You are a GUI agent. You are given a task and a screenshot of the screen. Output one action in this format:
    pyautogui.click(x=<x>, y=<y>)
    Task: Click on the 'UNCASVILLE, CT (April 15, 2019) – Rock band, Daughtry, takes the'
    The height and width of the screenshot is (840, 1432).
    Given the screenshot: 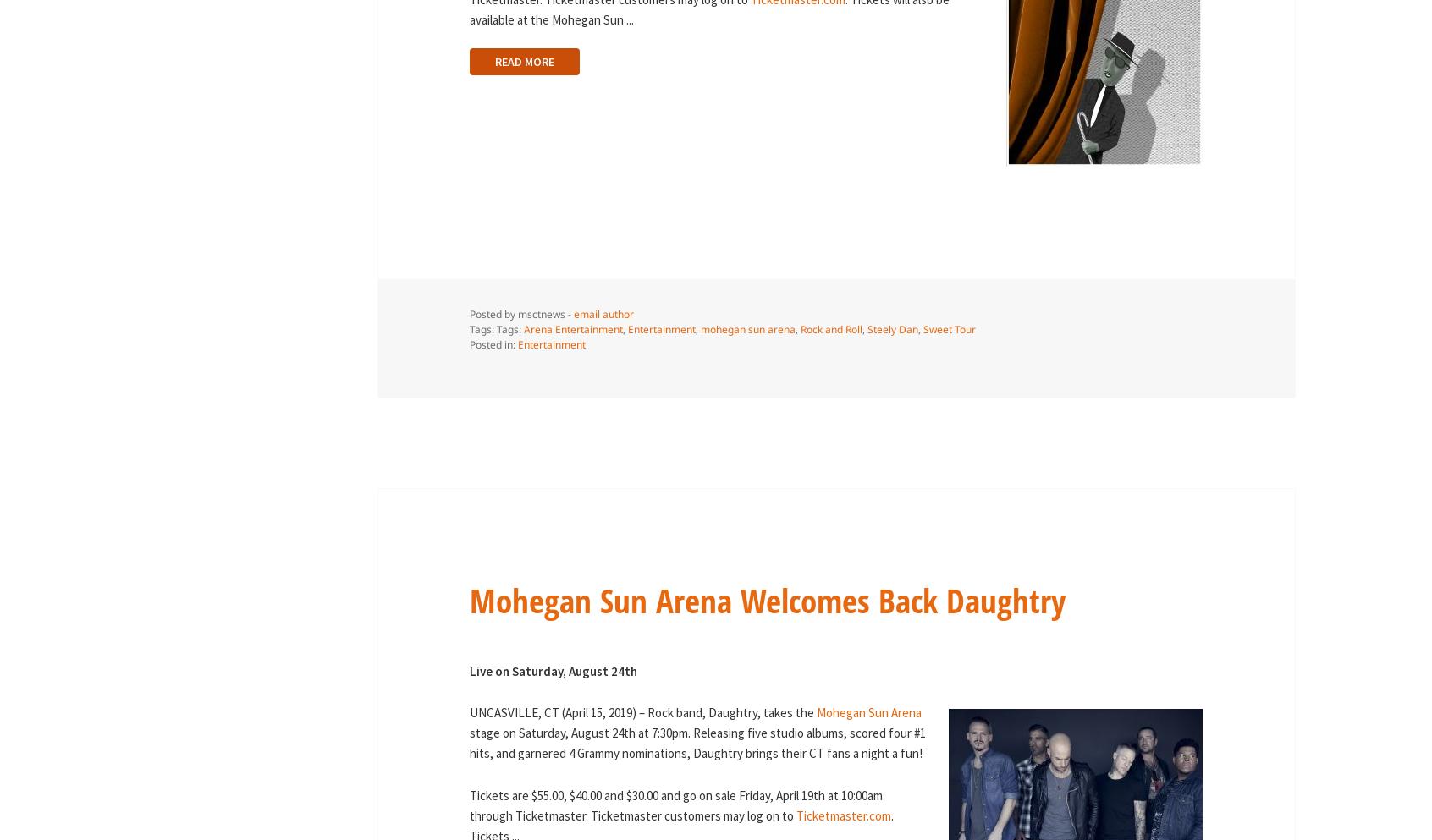 What is the action you would take?
    pyautogui.click(x=642, y=711)
    